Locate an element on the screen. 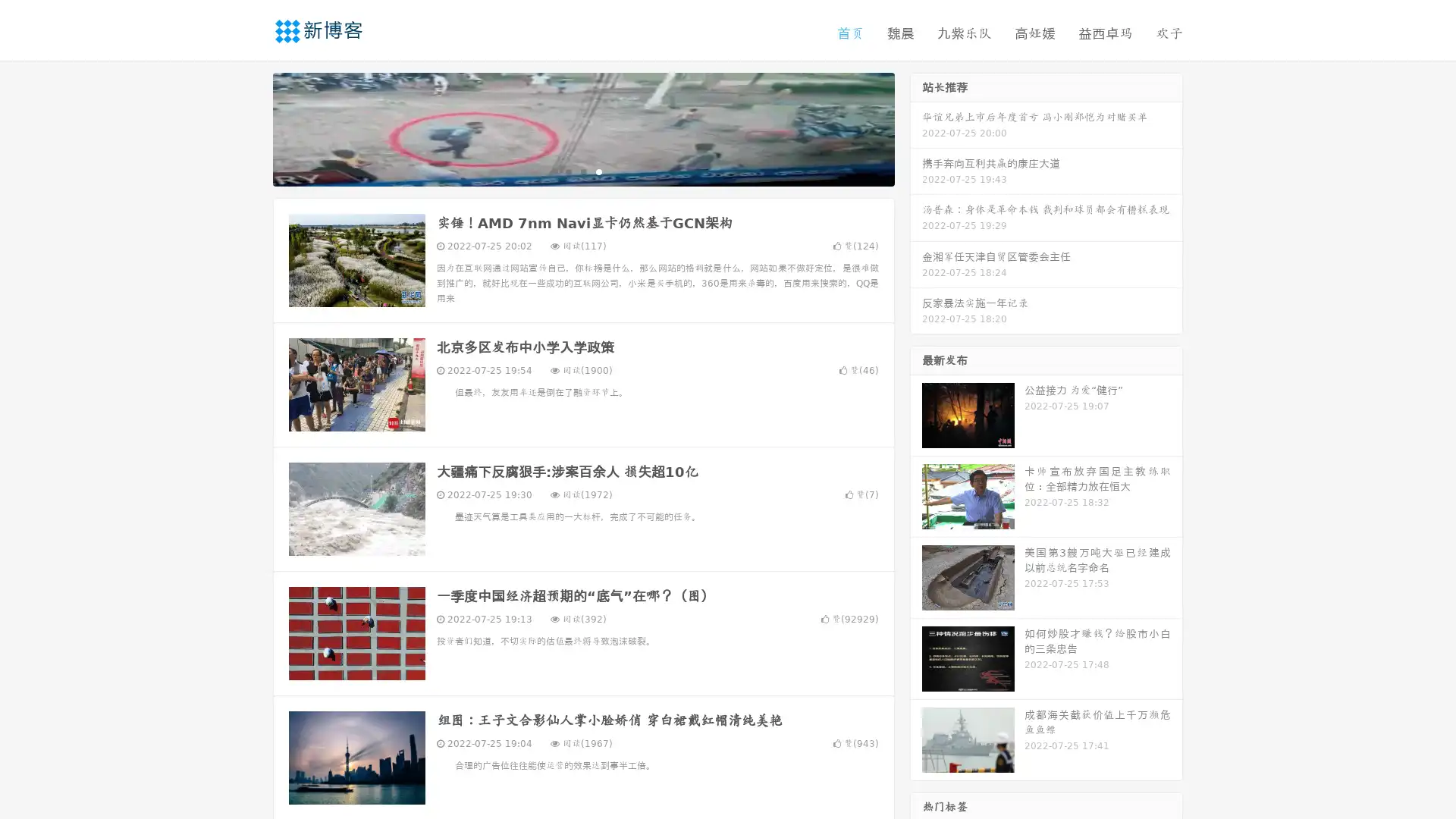 The height and width of the screenshot is (819, 1456). Next slide is located at coordinates (916, 127).